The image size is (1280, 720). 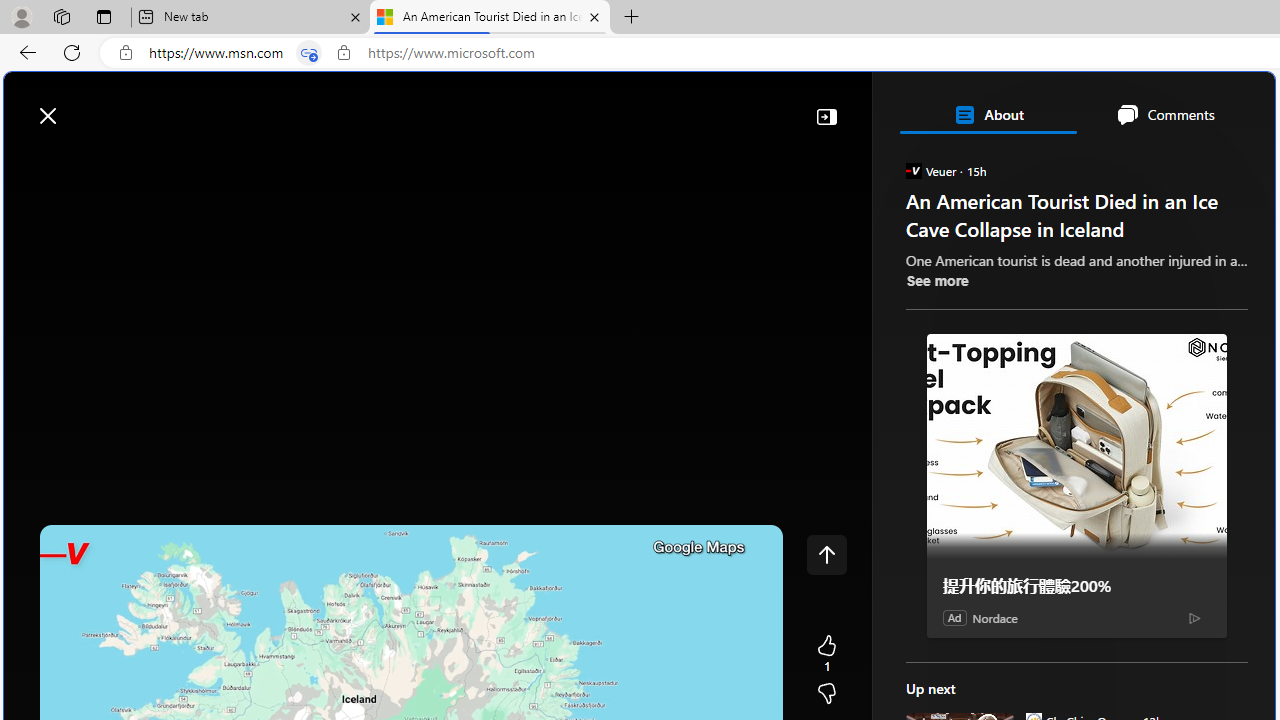 I want to click on 'Skip to footer', so click(x=81, y=105).